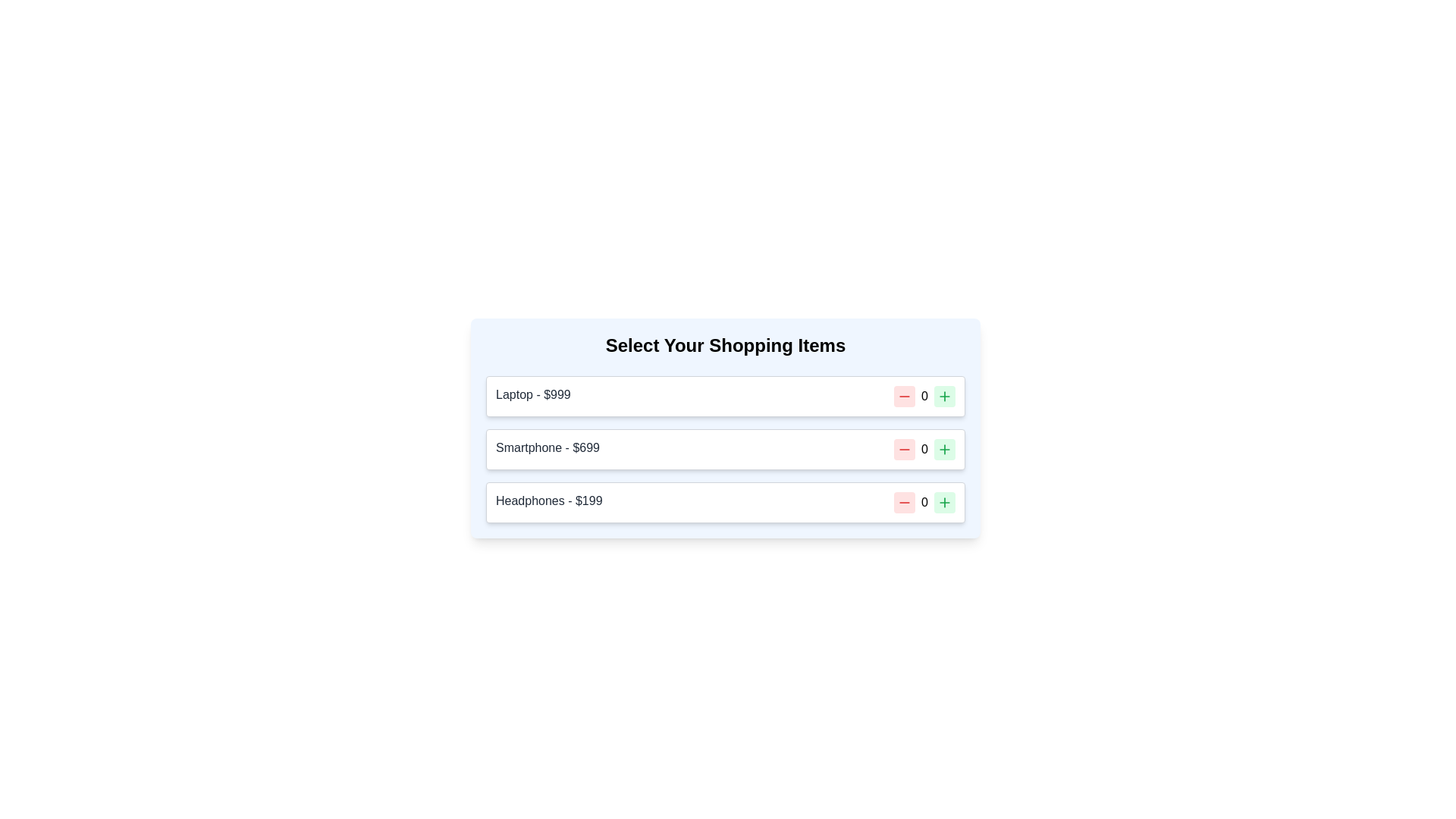 This screenshot has height=819, width=1456. What do you see at coordinates (944, 396) in the screenshot?
I see `the green-bordered Increment Control button with a plus icon located to the right of the number input field for the first item (Laptop - $999) to increase the quantity` at bounding box center [944, 396].